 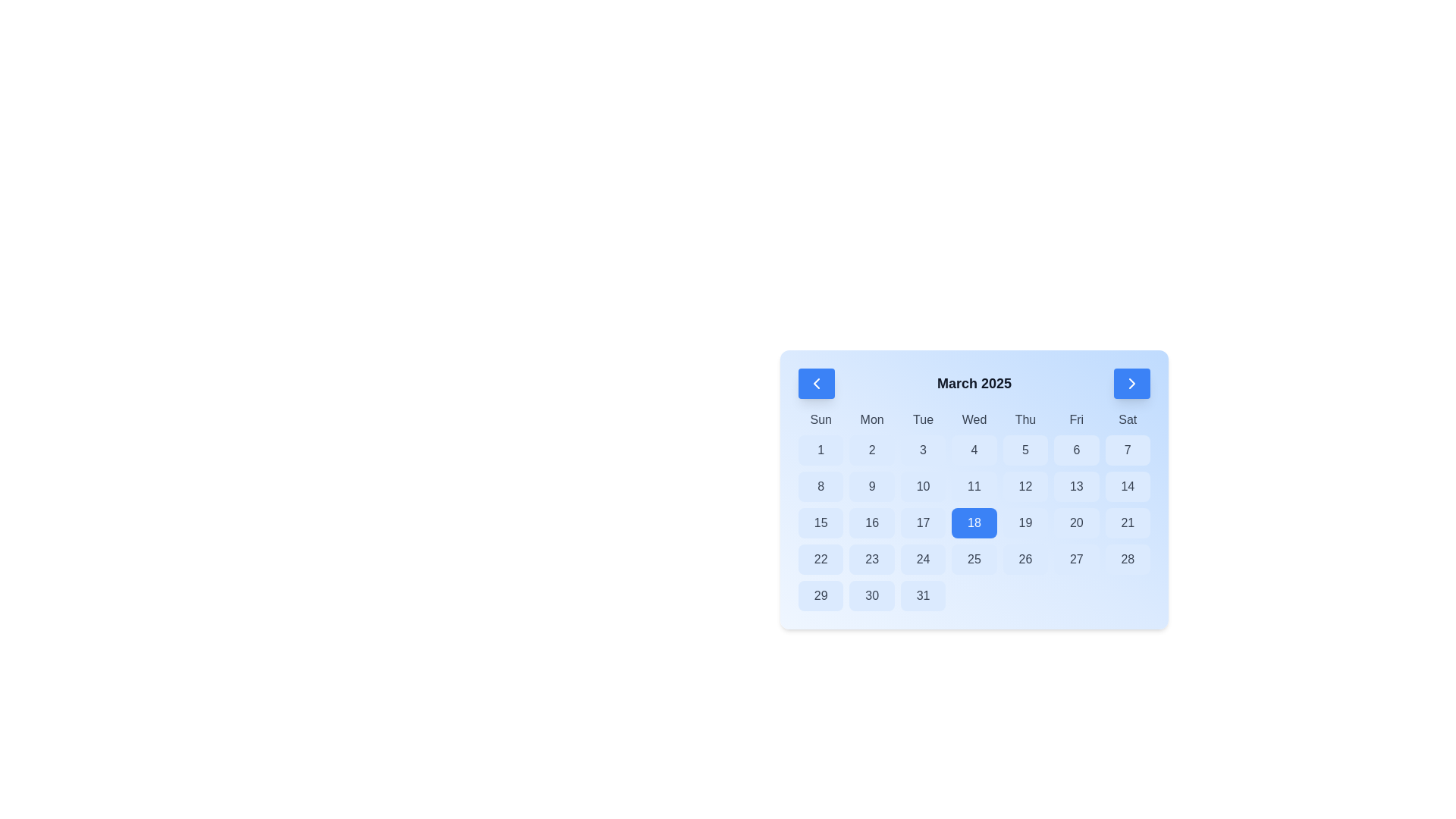 What do you see at coordinates (1131, 382) in the screenshot?
I see `the navigation icon located within the blue button on the top-right corner of the calendar interface` at bounding box center [1131, 382].